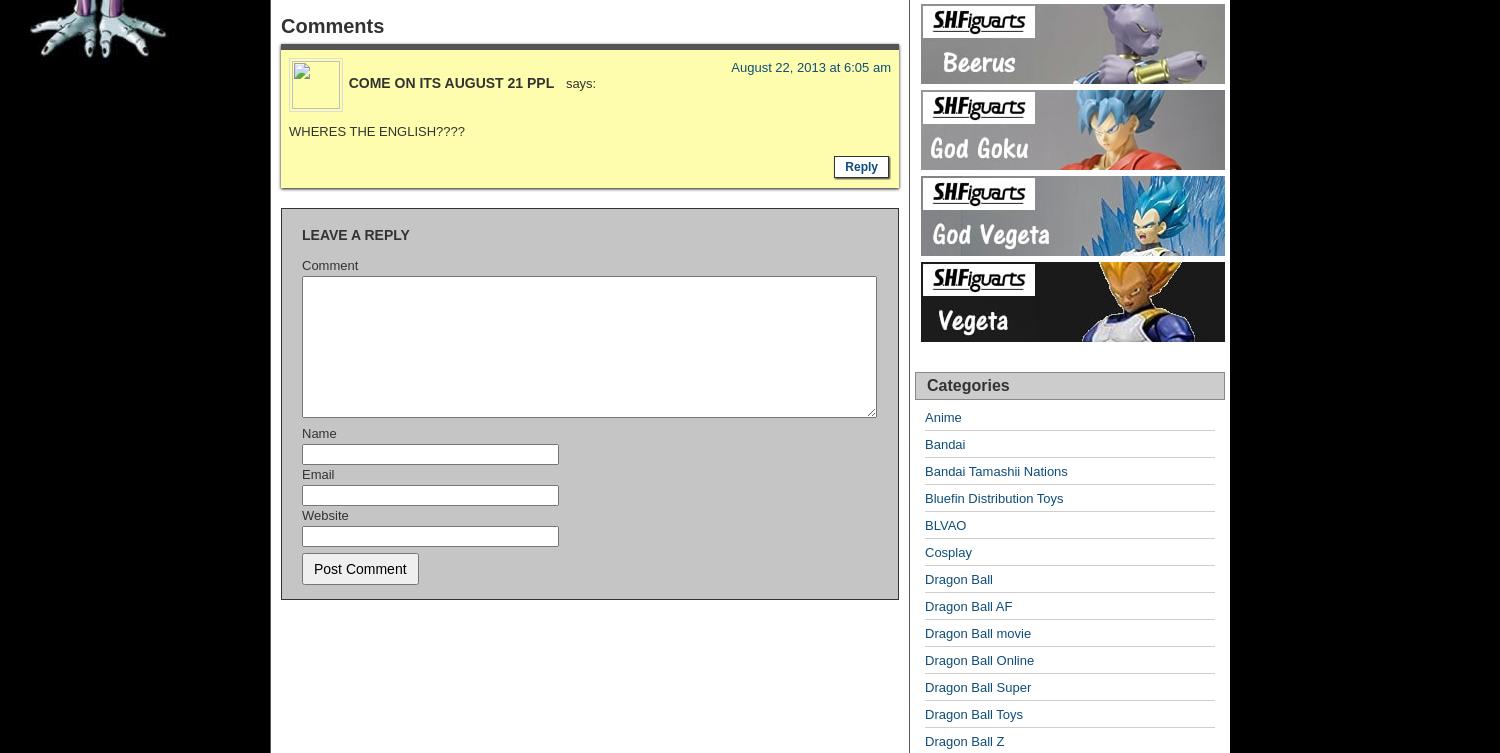 The image size is (1500, 753). I want to click on 'Cosplay', so click(947, 552).